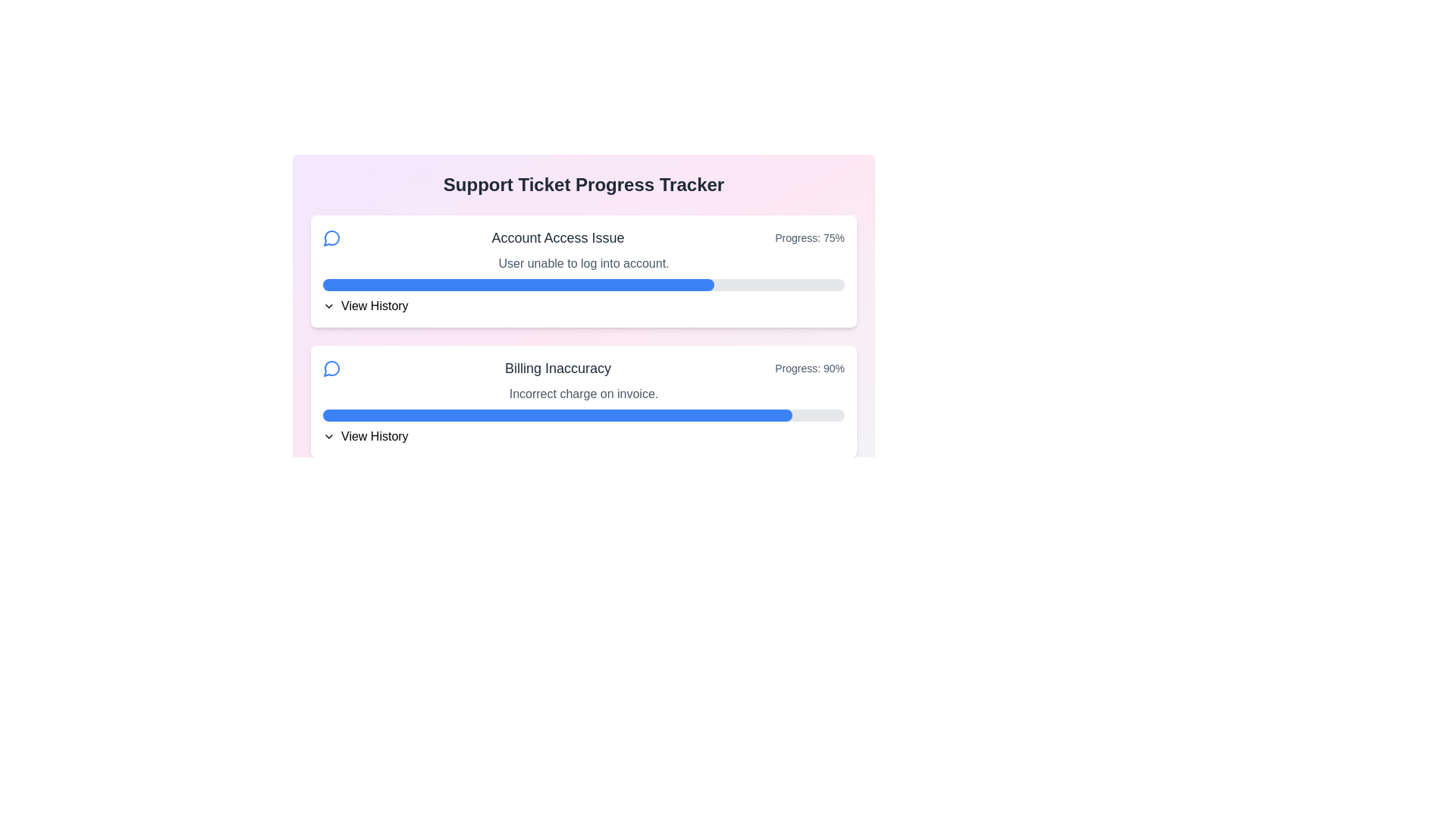 The height and width of the screenshot is (819, 1456). I want to click on the static text label displaying 'Billing Inaccuracy', which is bold and large, located next to the chat bubble icon and above 'Progress: 90%', so click(557, 369).